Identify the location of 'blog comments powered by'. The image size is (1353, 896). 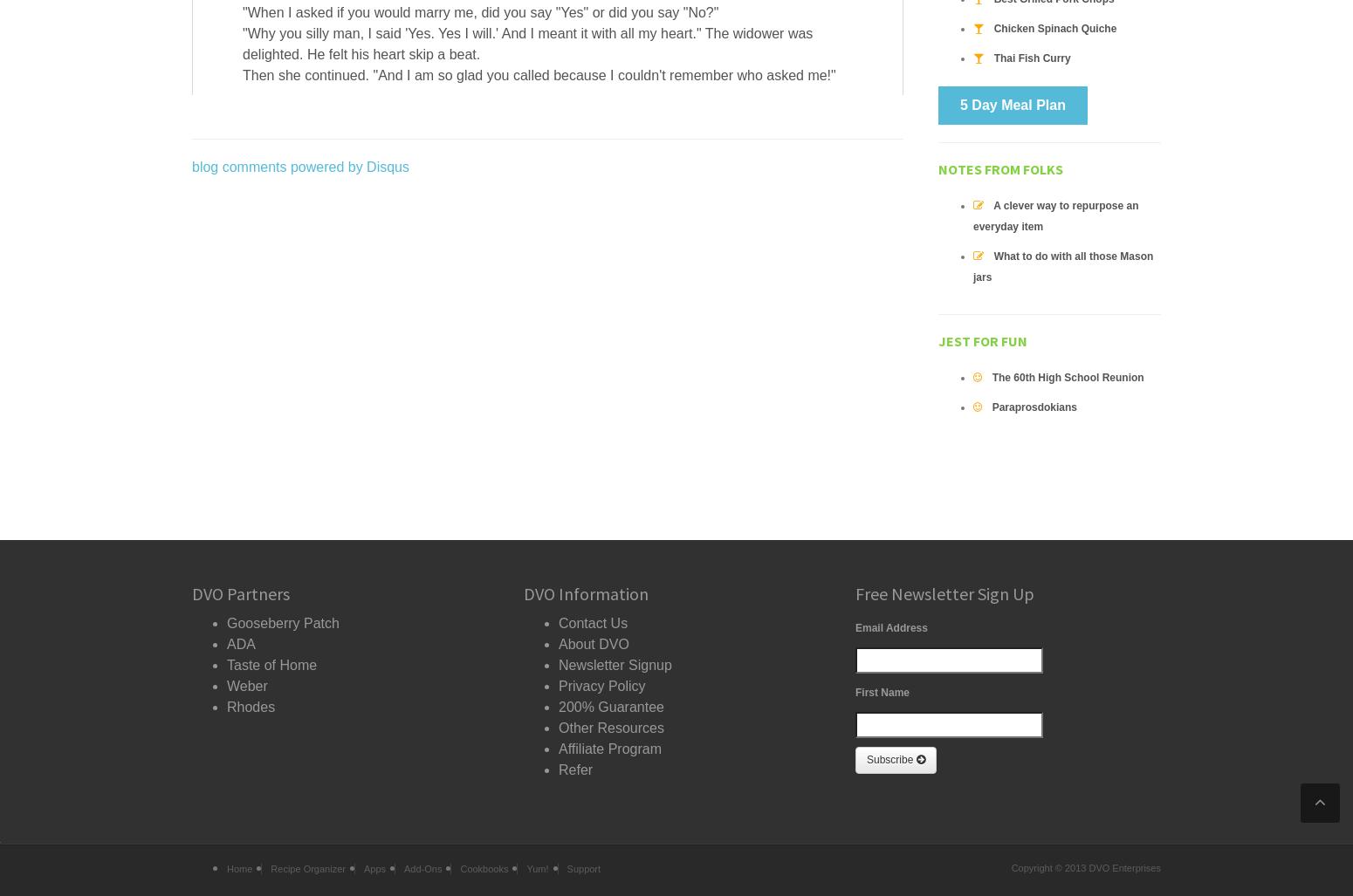
(278, 166).